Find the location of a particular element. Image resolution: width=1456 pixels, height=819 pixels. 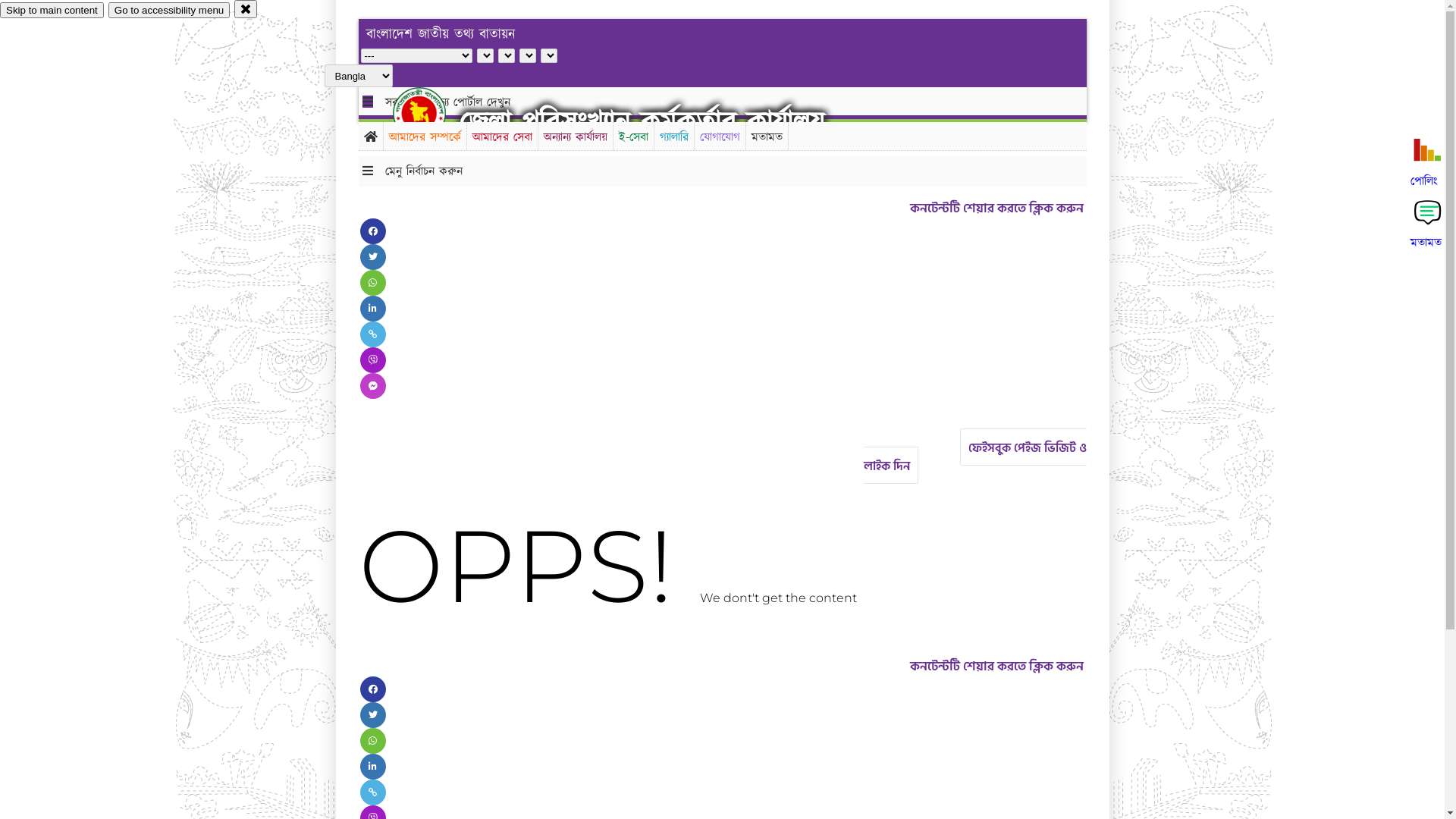

'Skip to main content' is located at coordinates (0, 10).